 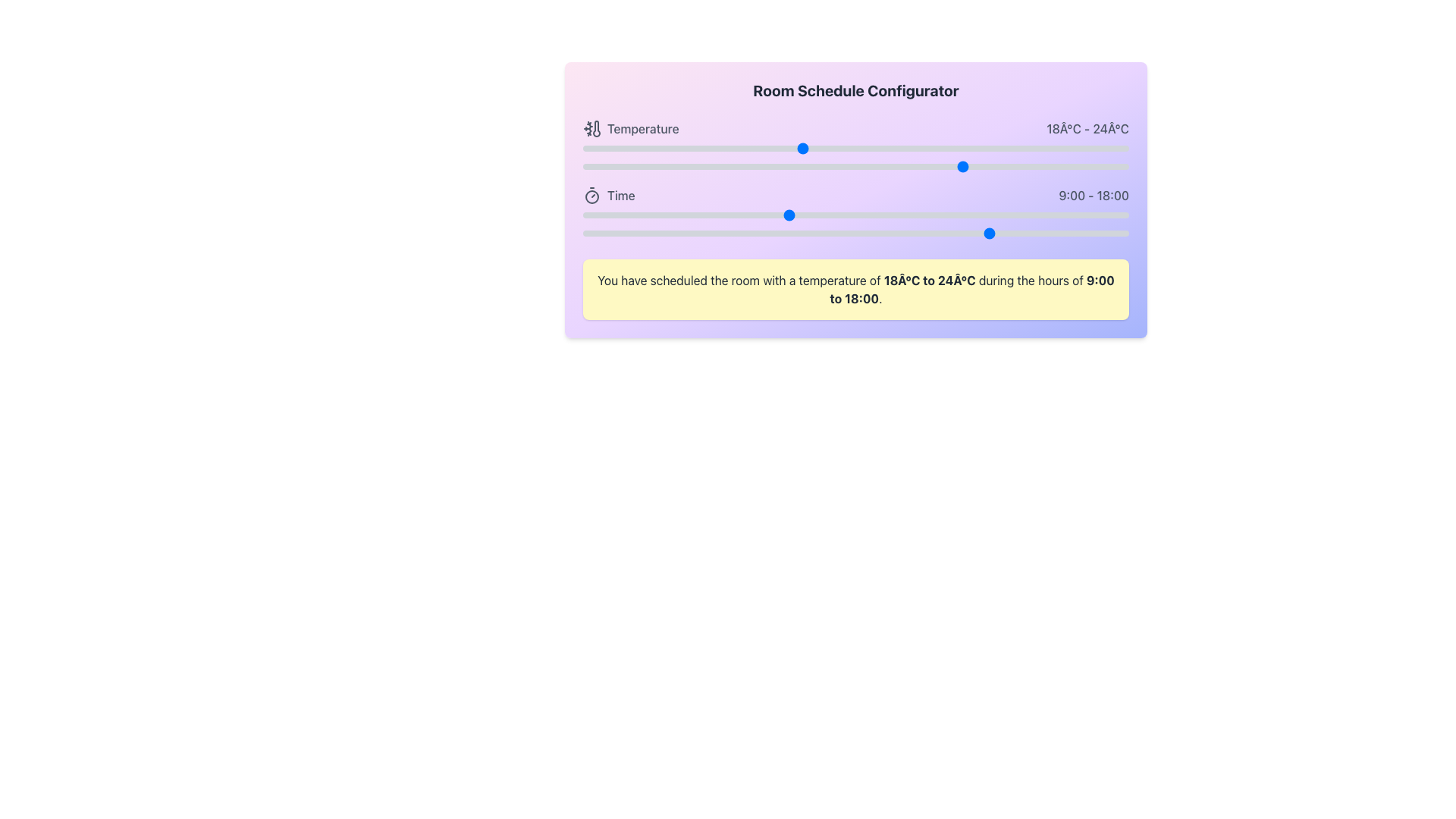 What do you see at coordinates (582, 166) in the screenshot?
I see `the slider value` at bounding box center [582, 166].